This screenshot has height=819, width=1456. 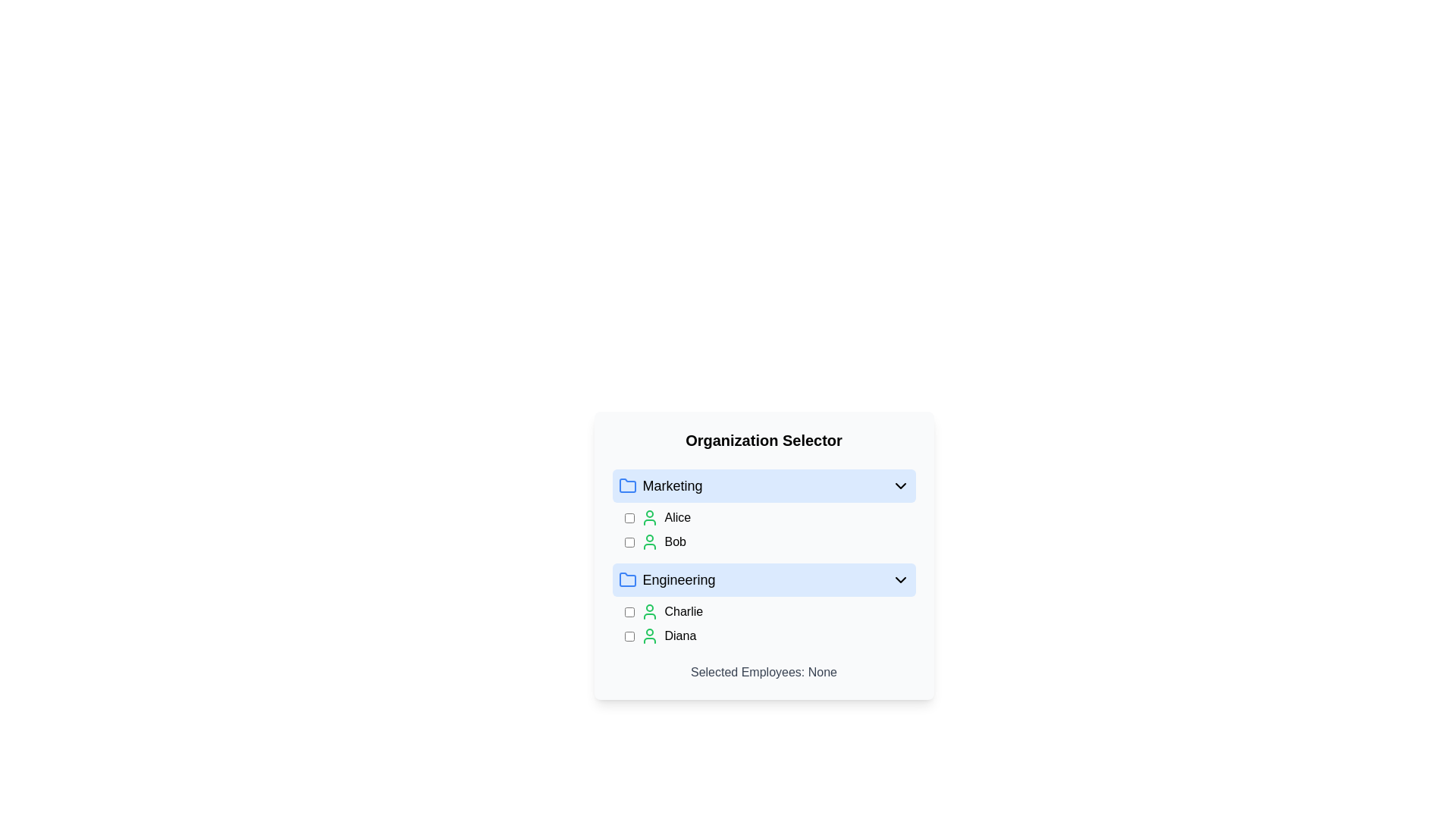 What do you see at coordinates (672, 485) in the screenshot?
I see `the text label displaying 'Marketing', which is styled with a medium font size and bold weight, located in the first collapsible section next to a blue folder icon` at bounding box center [672, 485].